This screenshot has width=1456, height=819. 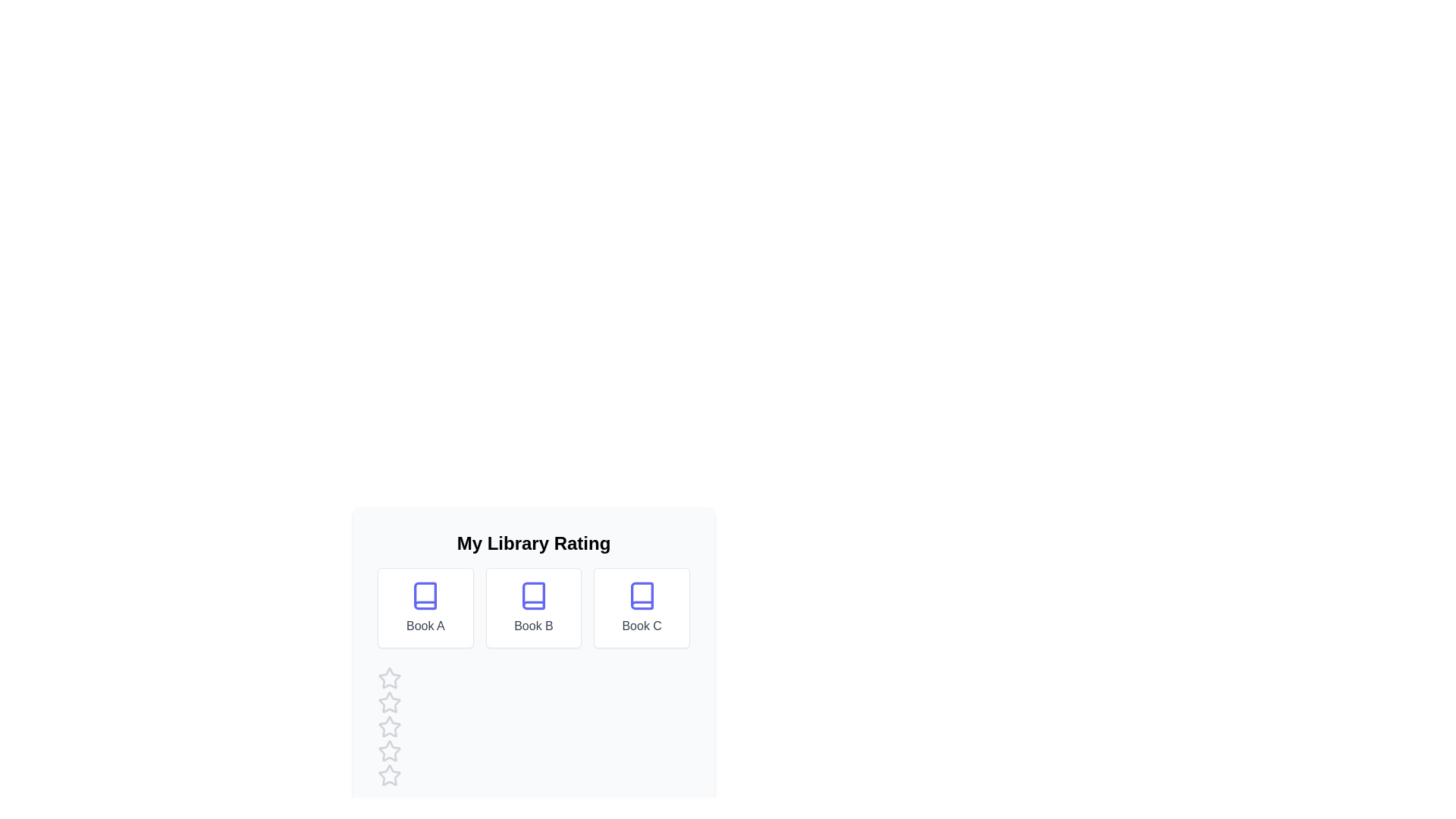 What do you see at coordinates (642, 595) in the screenshot?
I see `the book icon for Book C` at bounding box center [642, 595].